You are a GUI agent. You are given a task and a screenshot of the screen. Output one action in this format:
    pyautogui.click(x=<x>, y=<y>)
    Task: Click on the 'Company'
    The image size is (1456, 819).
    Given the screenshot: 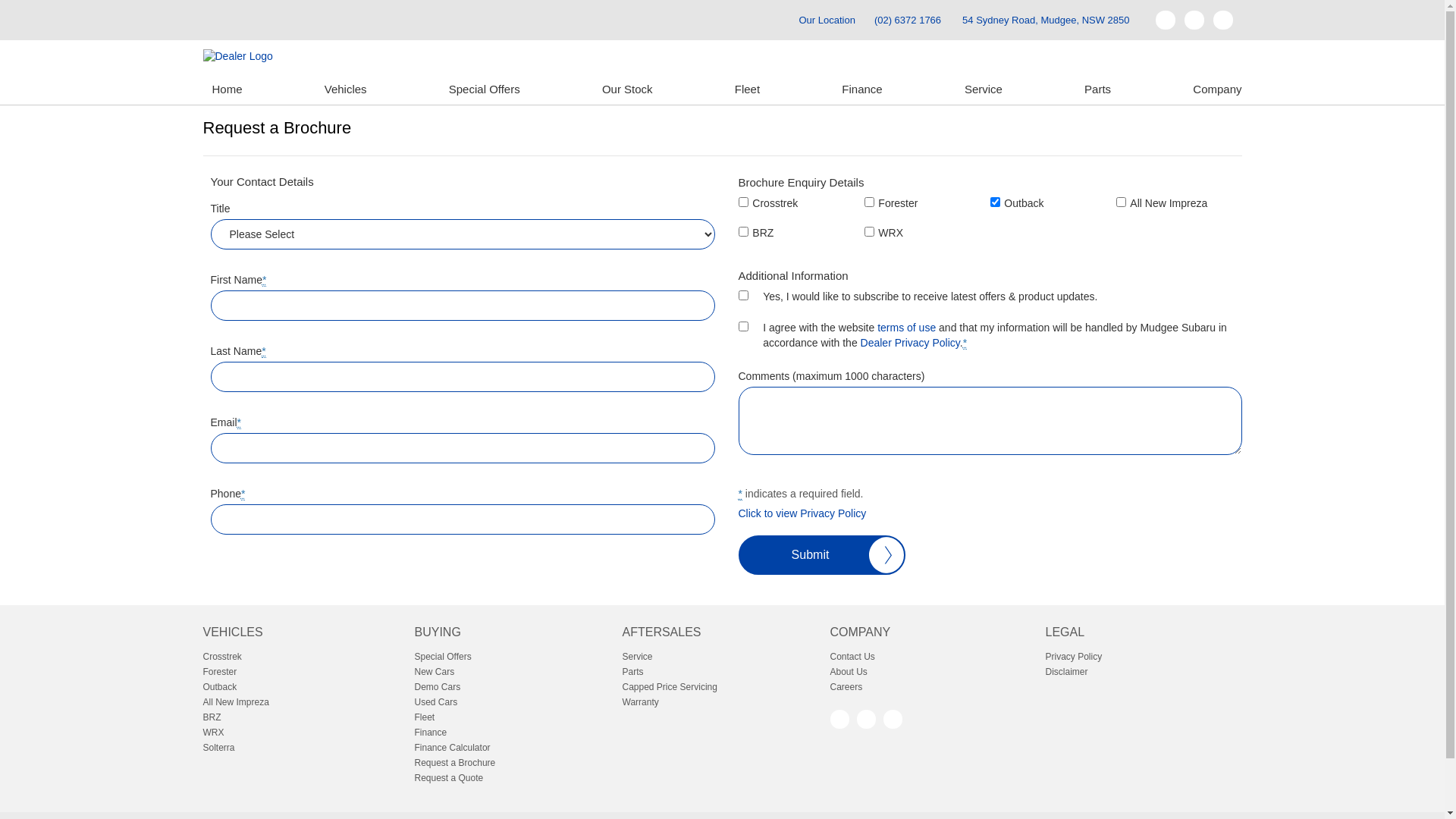 What is the action you would take?
    pyautogui.click(x=1182, y=89)
    